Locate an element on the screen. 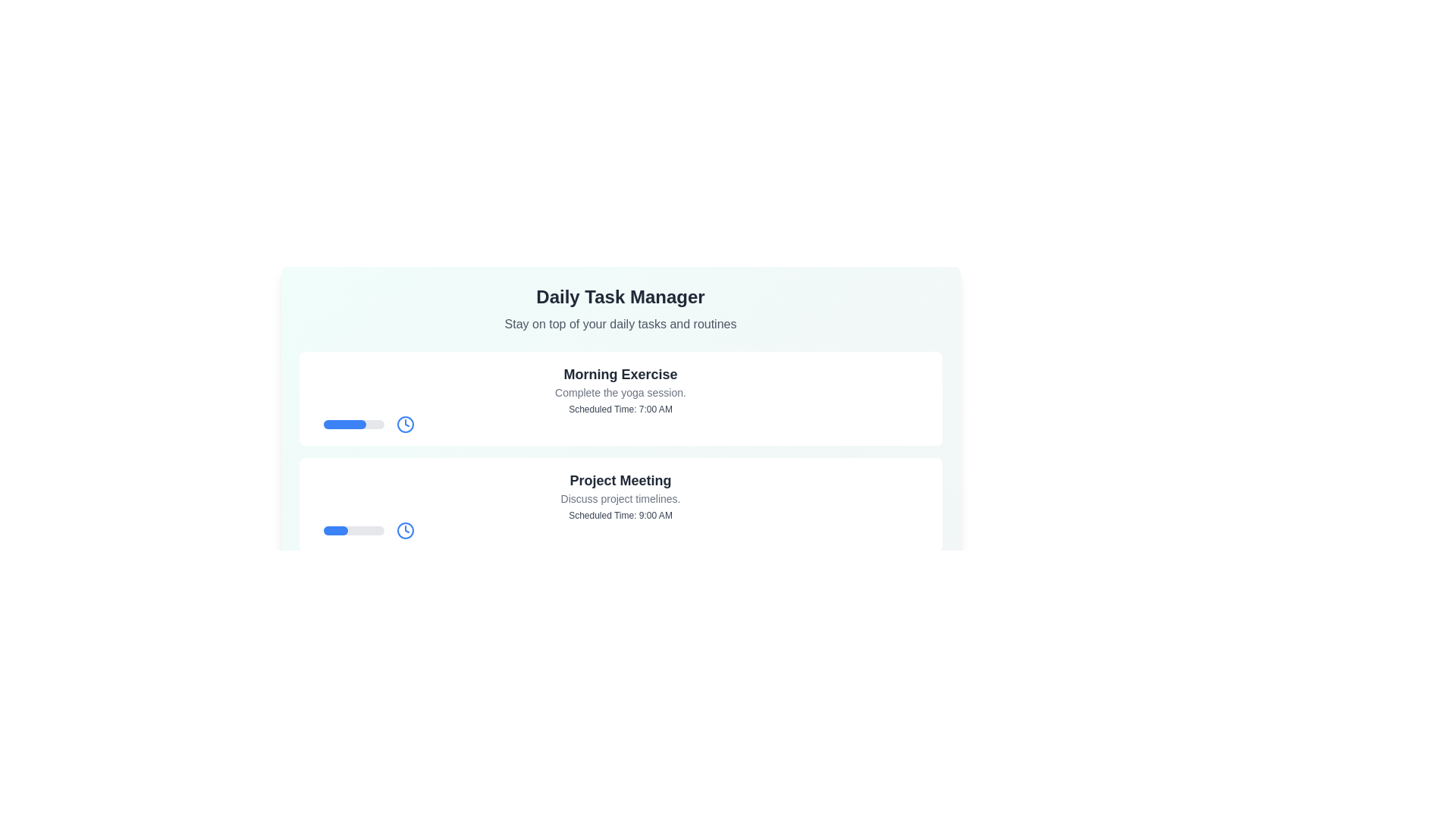  the Text Label displaying 'Complete the yoga session.' which is located below the 'Morning Exercise' title is located at coordinates (620, 391).